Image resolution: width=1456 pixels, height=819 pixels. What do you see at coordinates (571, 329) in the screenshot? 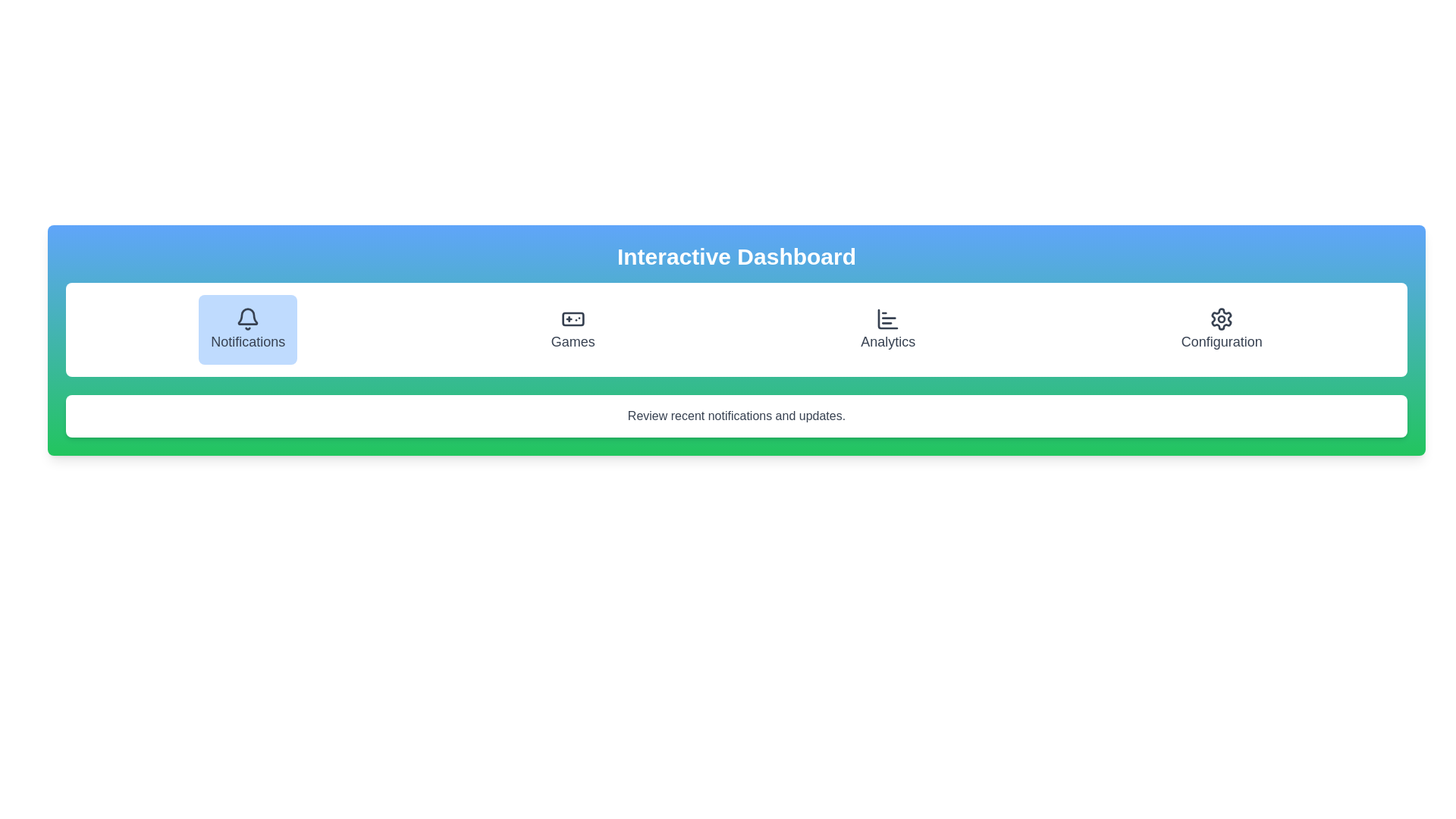
I see `the tab corresponding to Games` at bounding box center [571, 329].